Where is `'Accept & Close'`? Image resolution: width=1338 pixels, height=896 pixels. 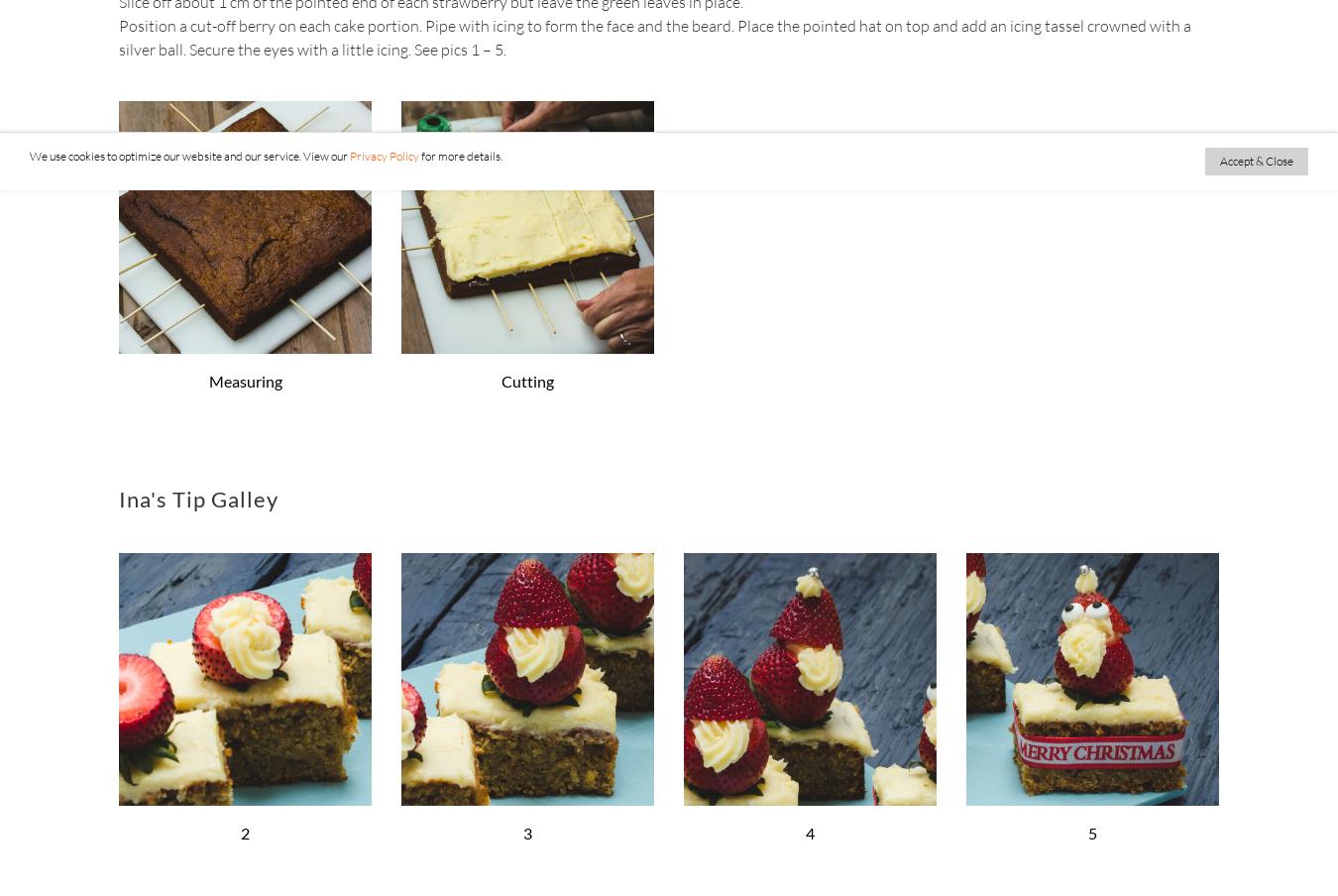
'Accept & Close' is located at coordinates (1219, 160).